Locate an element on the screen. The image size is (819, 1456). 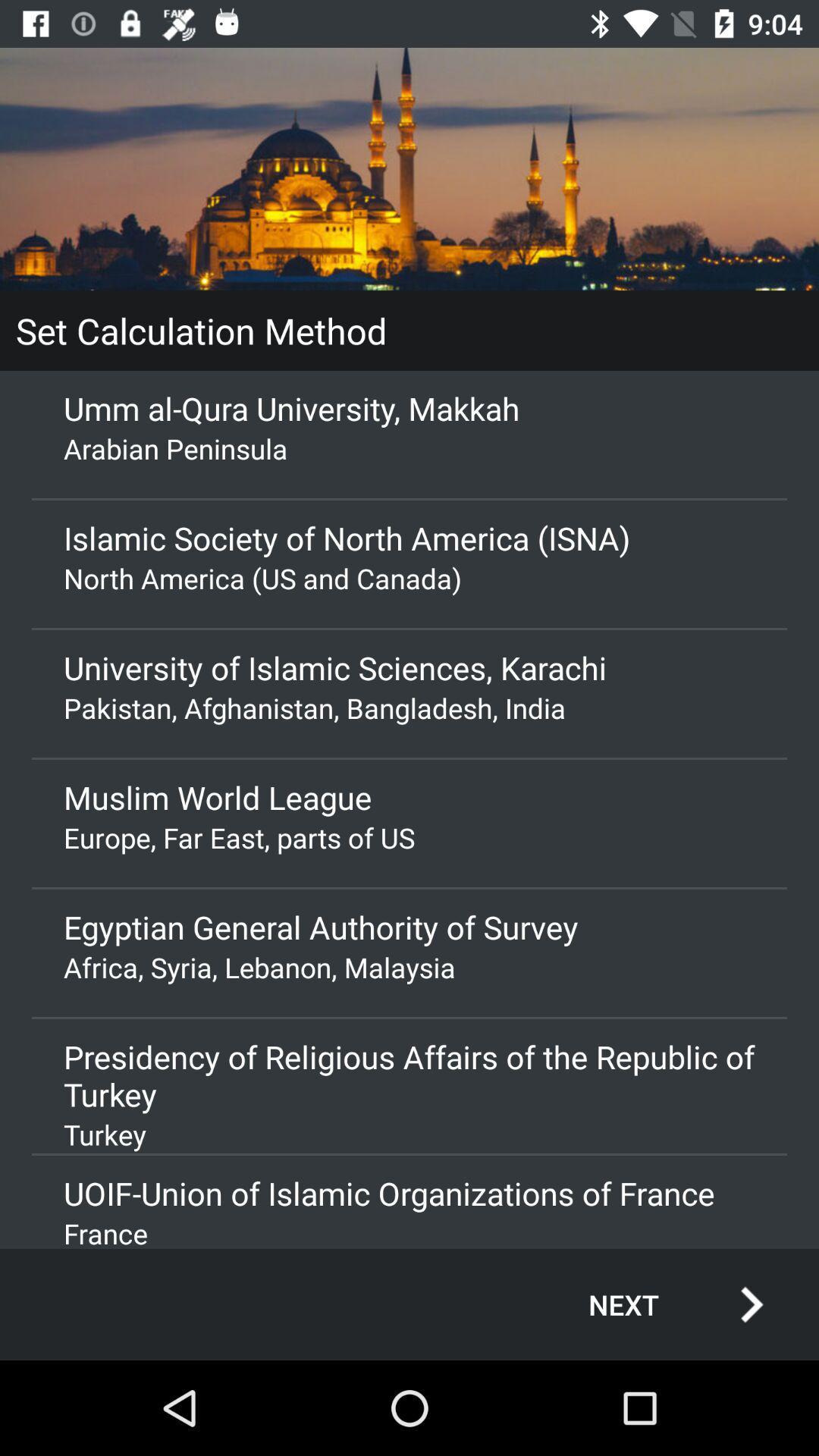
app above the islamic society of icon is located at coordinates (409, 447).